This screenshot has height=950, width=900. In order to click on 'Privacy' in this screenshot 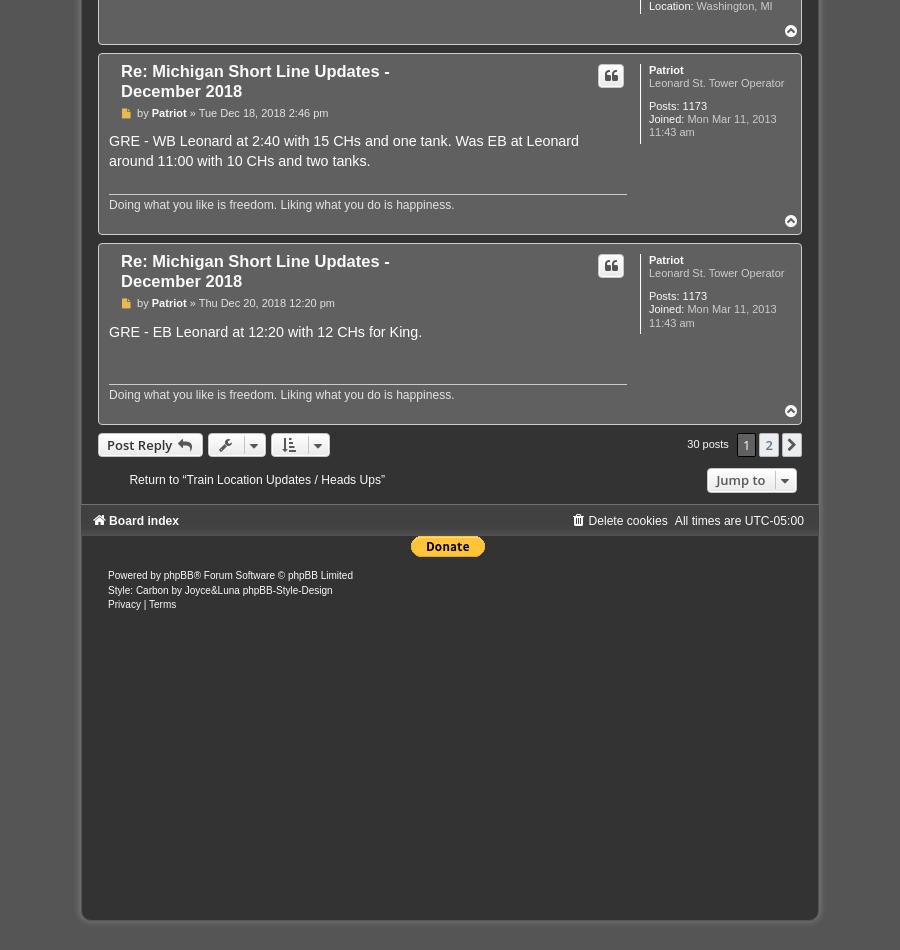, I will do `click(124, 604)`.